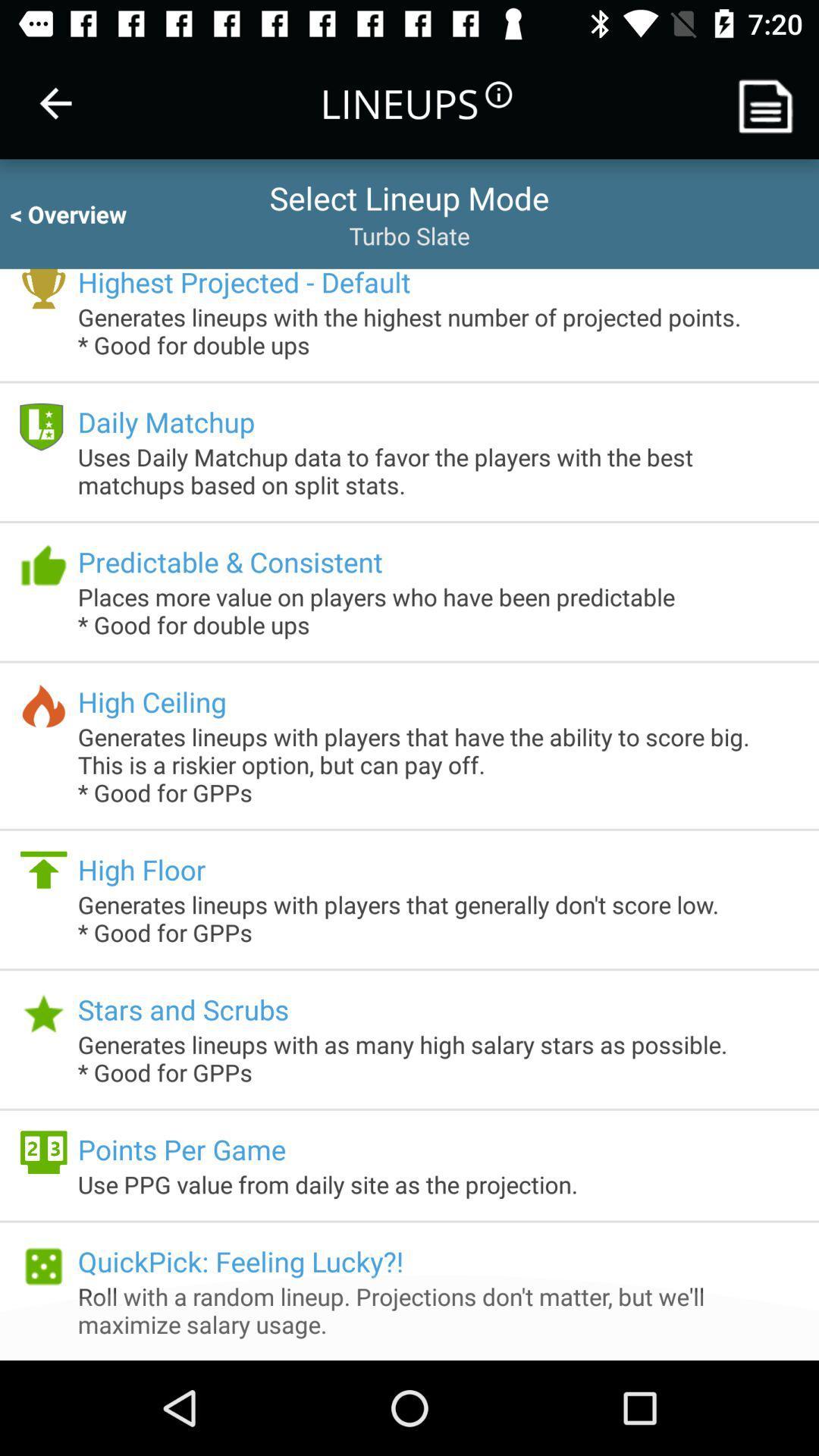 Image resolution: width=819 pixels, height=1456 pixels. Describe the element at coordinates (55, 102) in the screenshot. I see `the icon next to lineups` at that location.